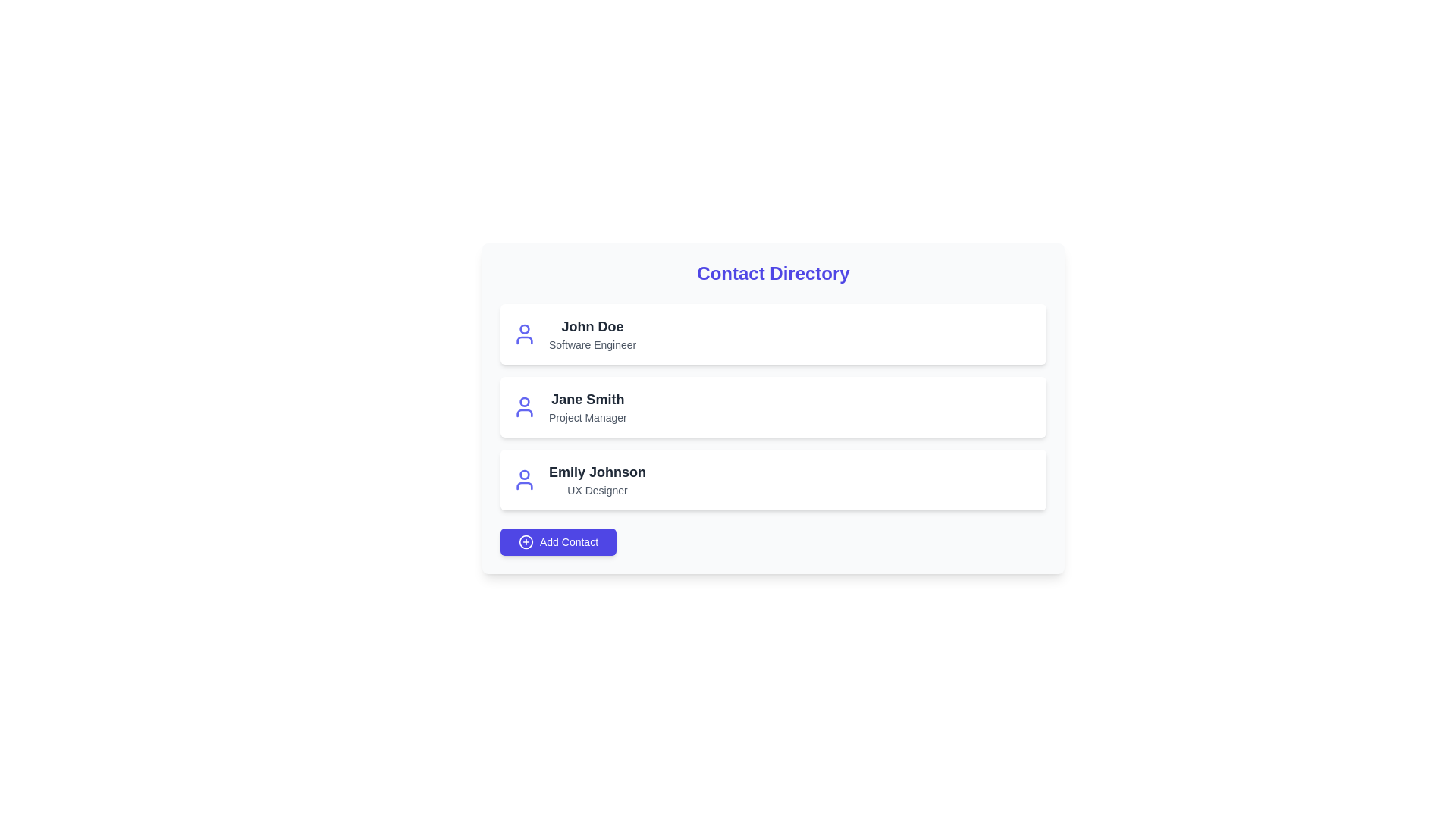 The width and height of the screenshot is (1456, 819). Describe the element at coordinates (557, 541) in the screenshot. I see `'Add Contact' button to add a new contact to the directory` at that location.